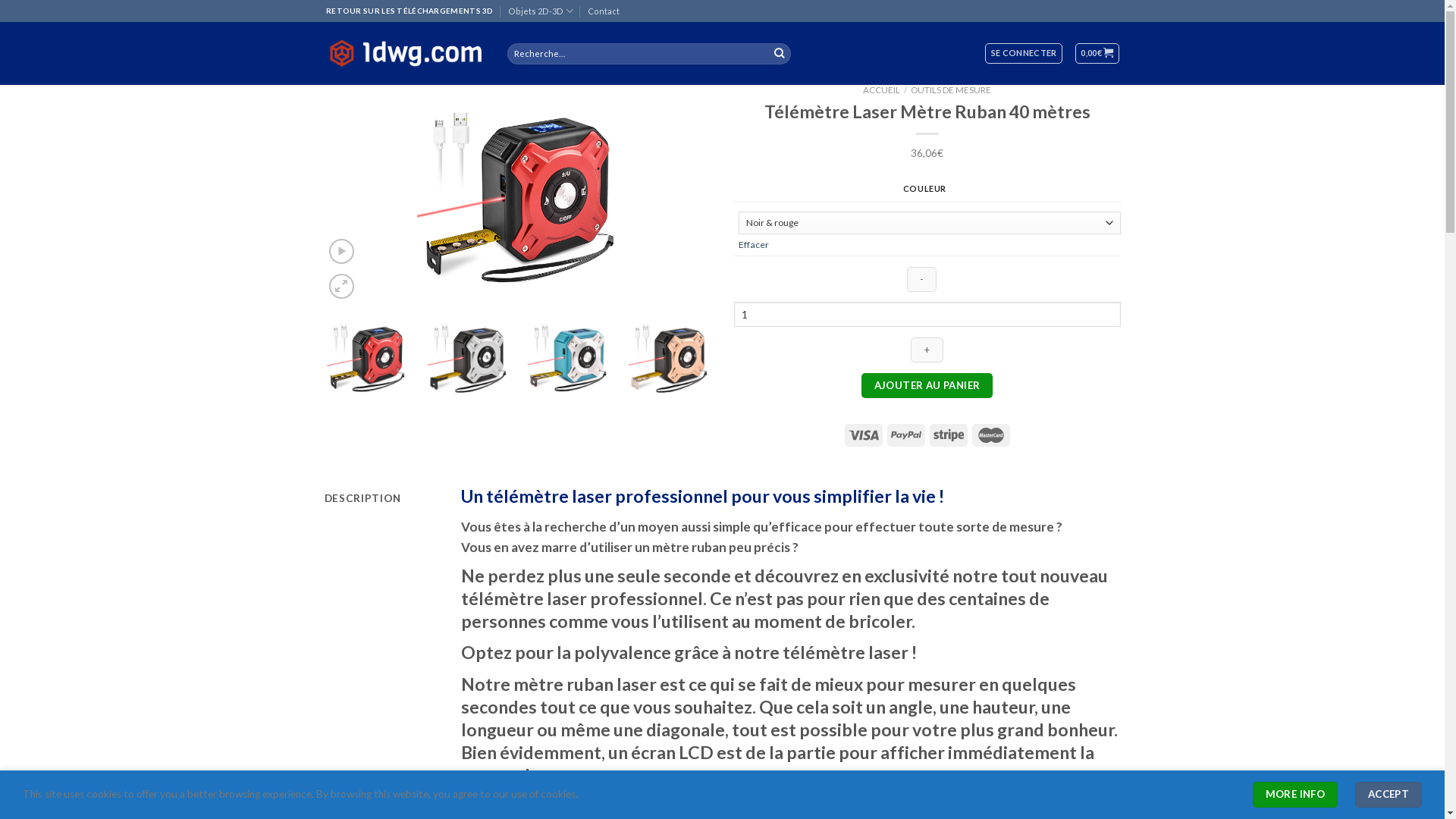 The height and width of the screenshot is (819, 1456). What do you see at coordinates (603, 11) in the screenshot?
I see `'Contact'` at bounding box center [603, 11].